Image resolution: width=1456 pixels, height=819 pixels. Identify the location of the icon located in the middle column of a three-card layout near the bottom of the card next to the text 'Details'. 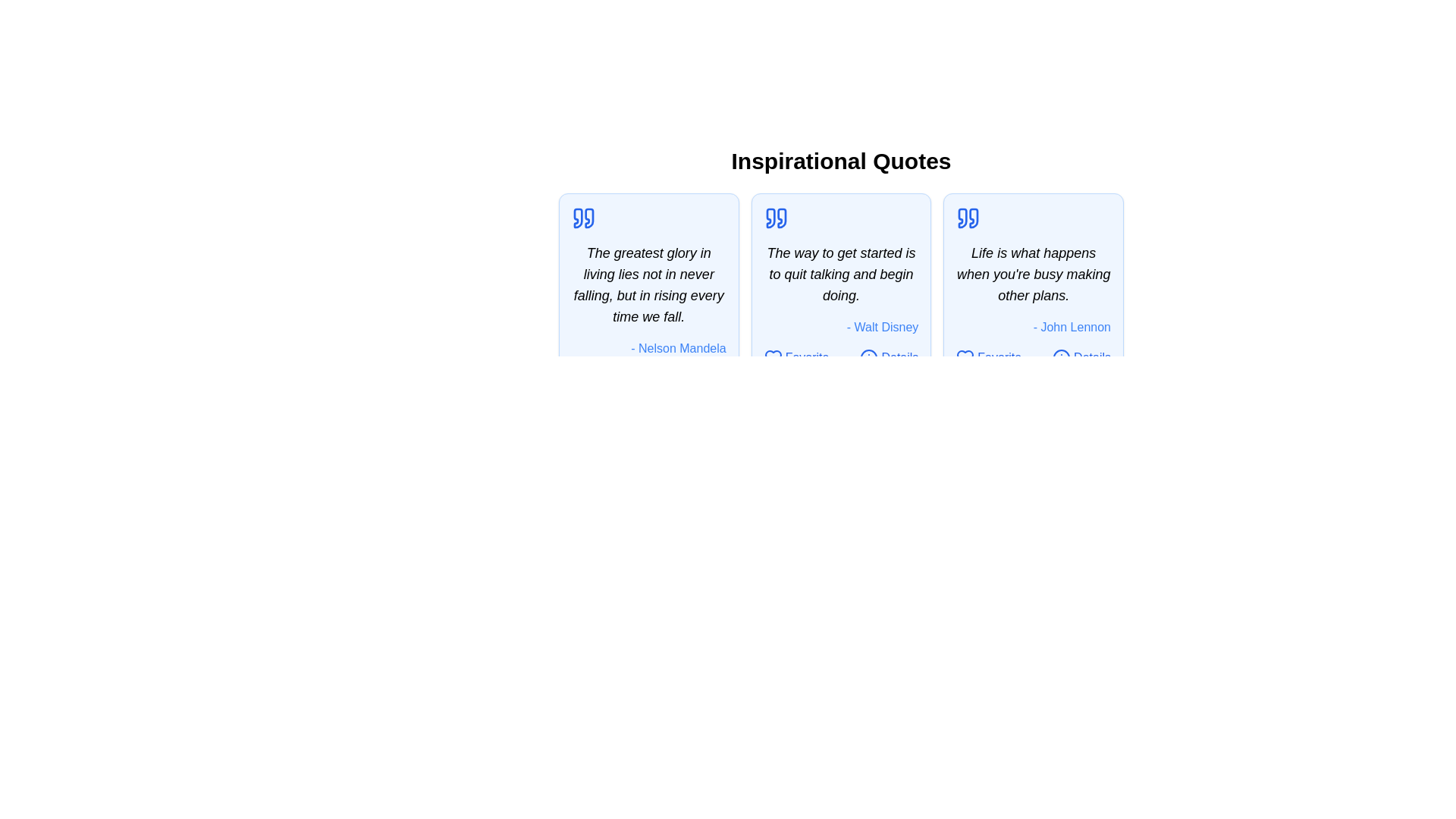
(869, 357).